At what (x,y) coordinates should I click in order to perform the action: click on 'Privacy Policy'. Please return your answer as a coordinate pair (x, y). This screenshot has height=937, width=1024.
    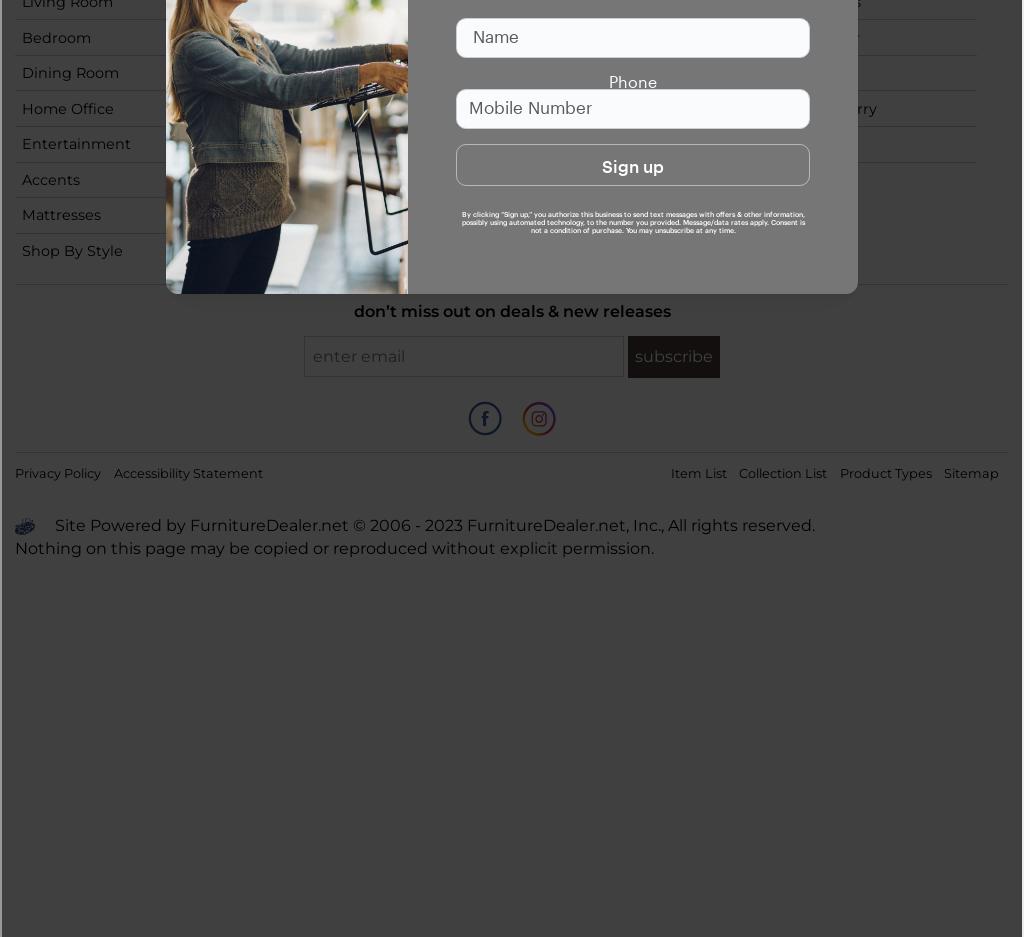
    Looking at the image, I should click on (14, 473).